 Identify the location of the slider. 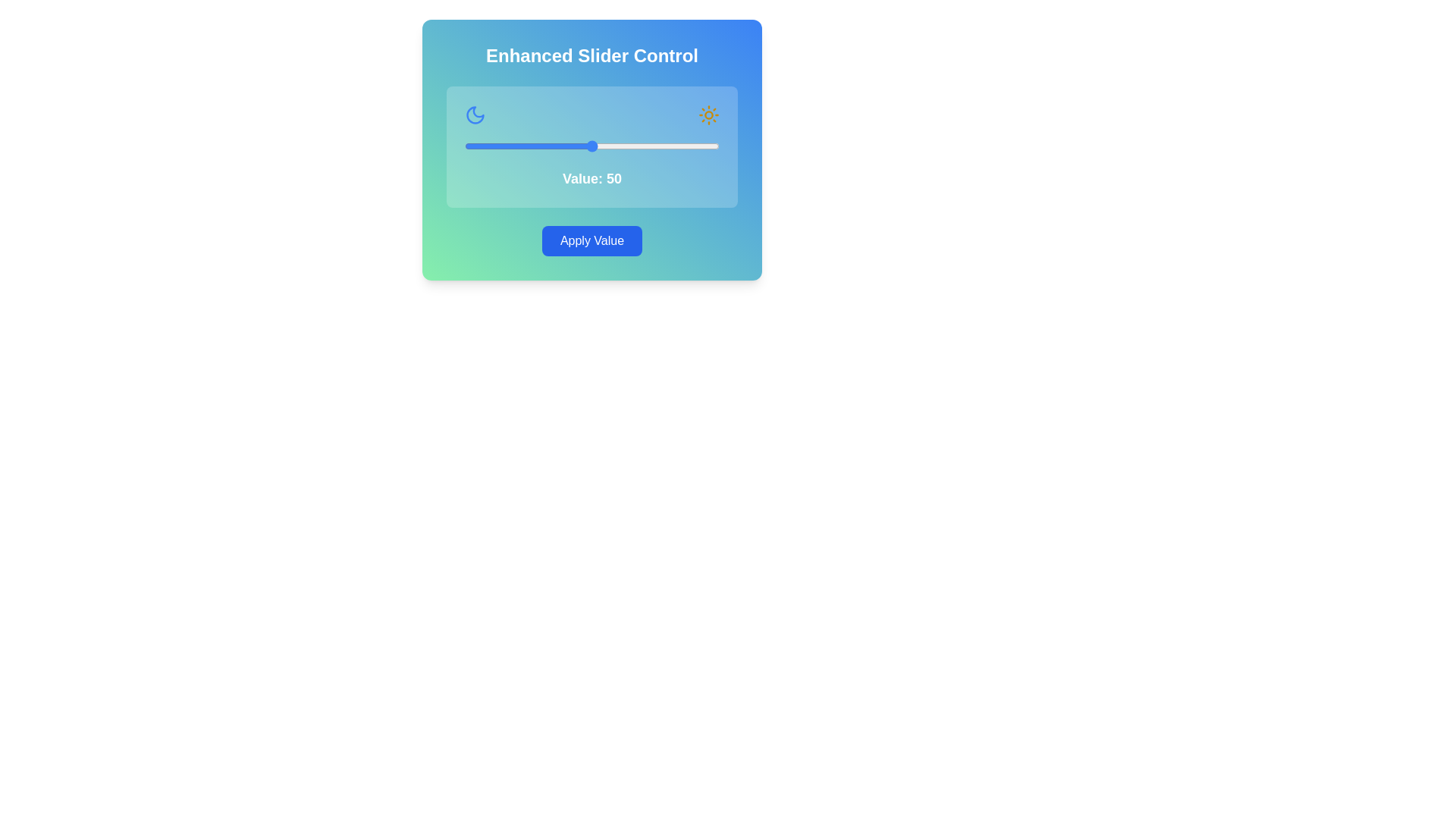
(678, 146).